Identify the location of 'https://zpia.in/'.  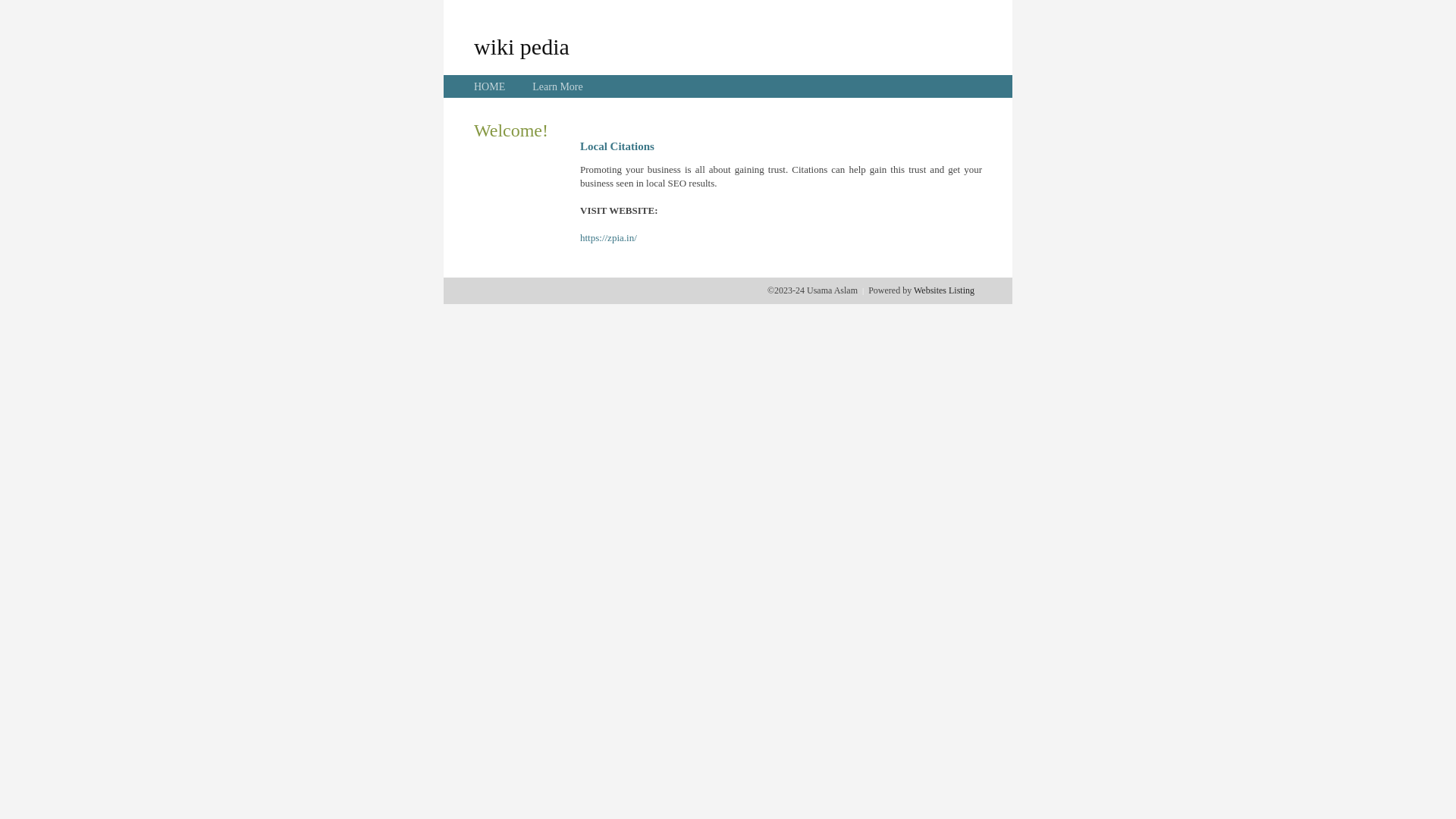
(608, 237).